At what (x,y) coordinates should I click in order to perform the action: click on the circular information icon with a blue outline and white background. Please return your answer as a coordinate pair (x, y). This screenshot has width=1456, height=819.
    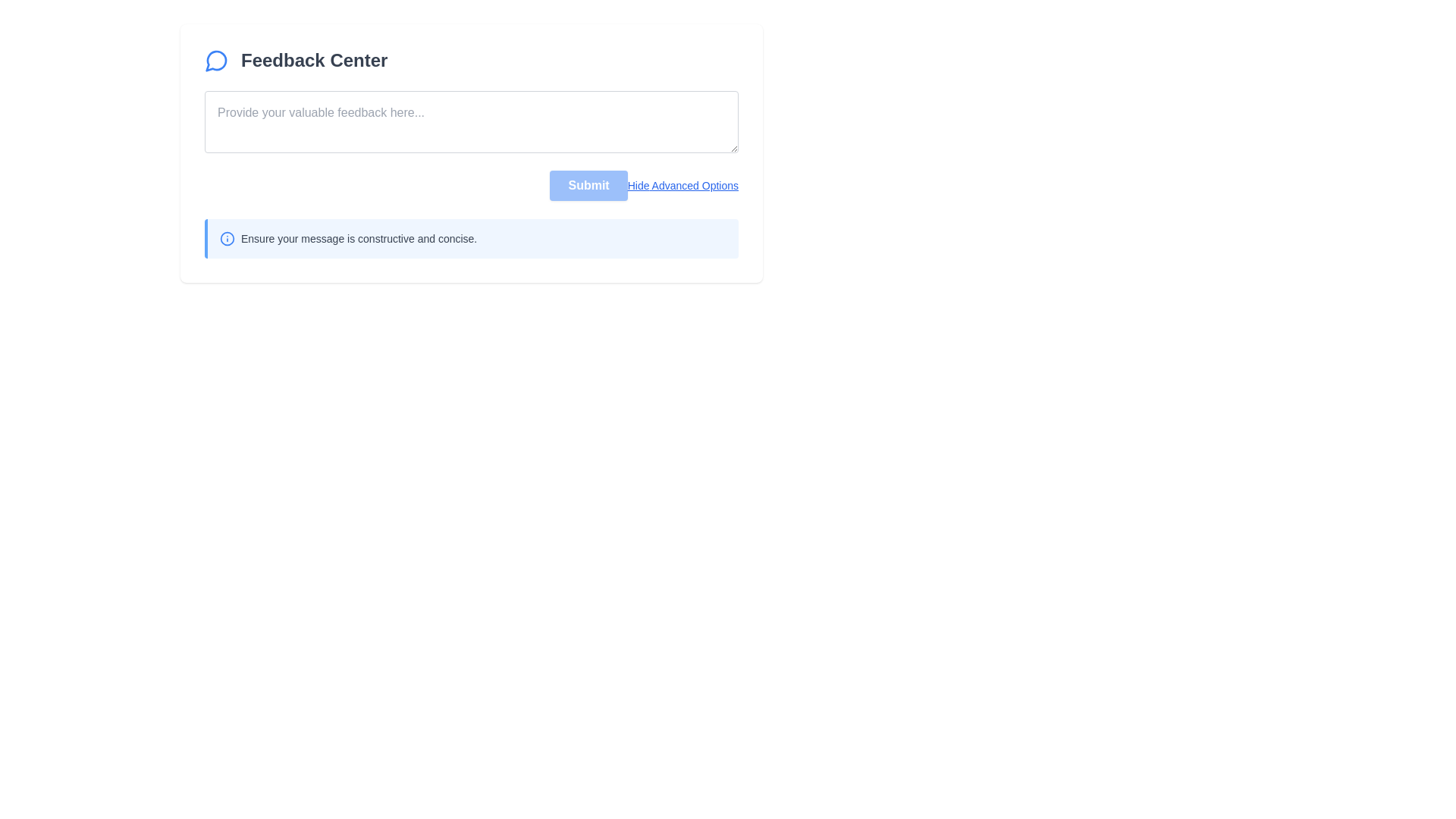
    Looking at the image, I should click on (226, 239).